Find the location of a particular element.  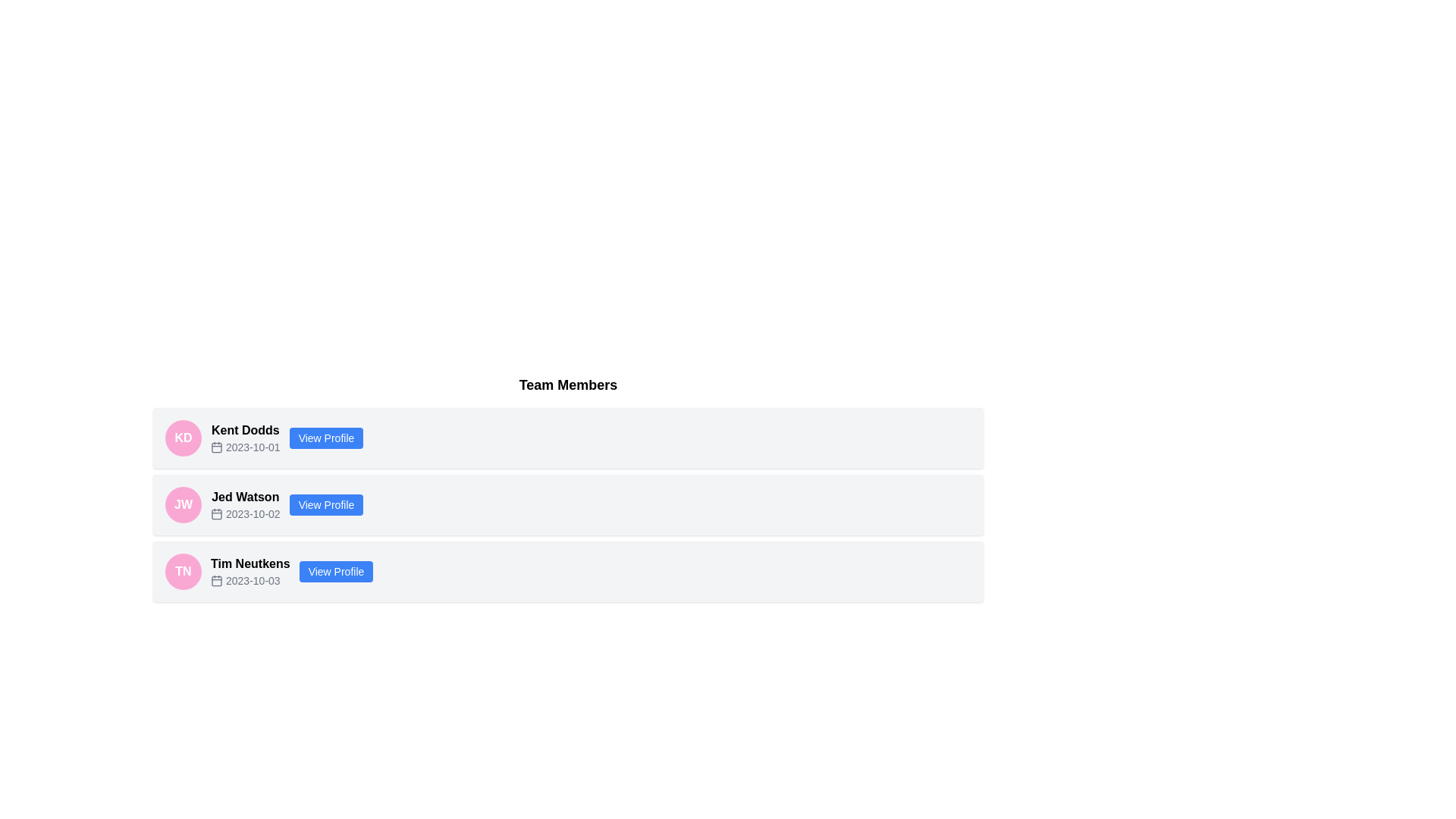

the calendar icon located to the left of the date text '2023-10-02' is located at coordinates (216, 513).